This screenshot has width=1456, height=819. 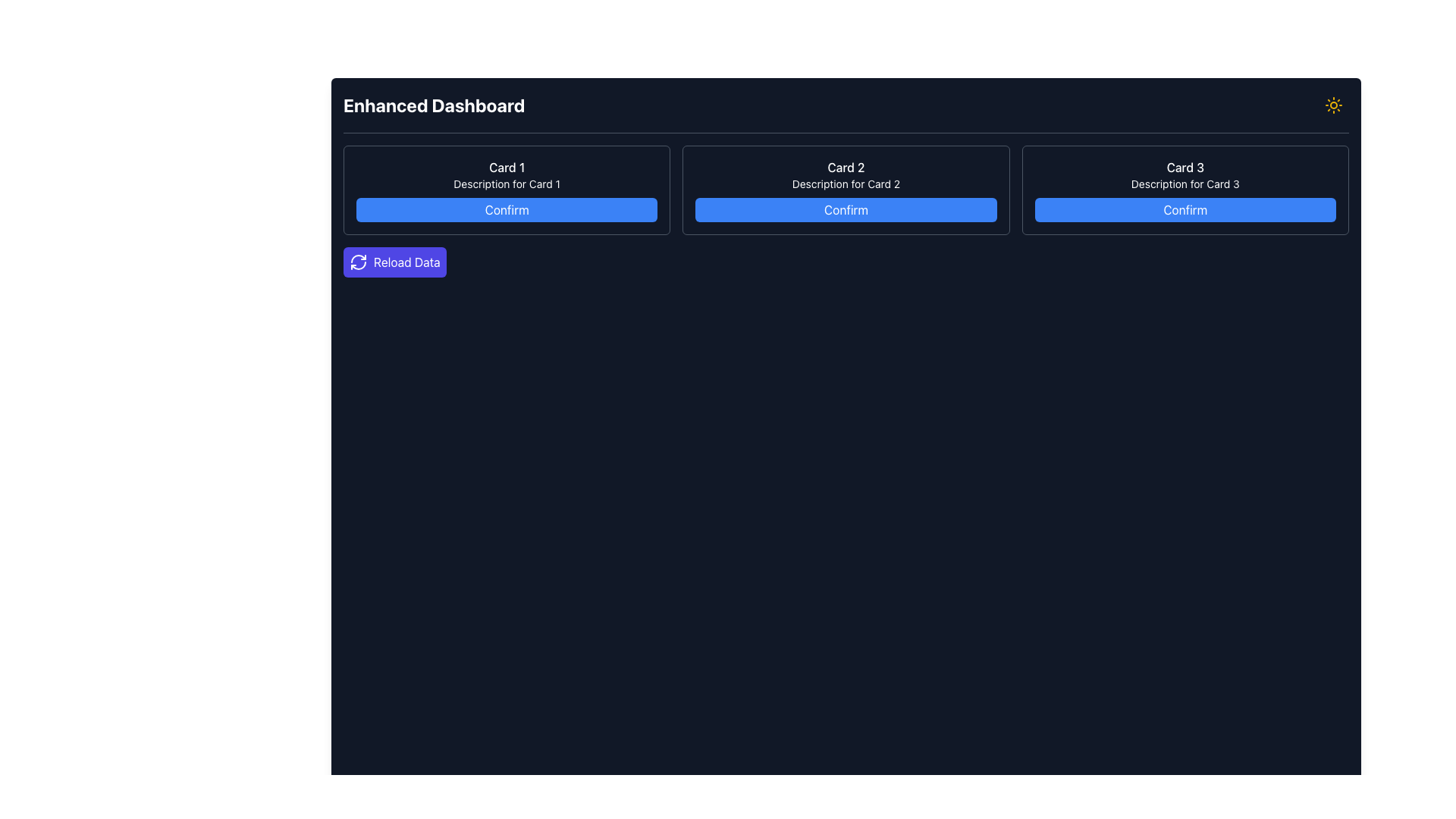 I want to click on the 'Confirm' button with white text on a blue background located in 'Card 2', so click(x=845, y=210).